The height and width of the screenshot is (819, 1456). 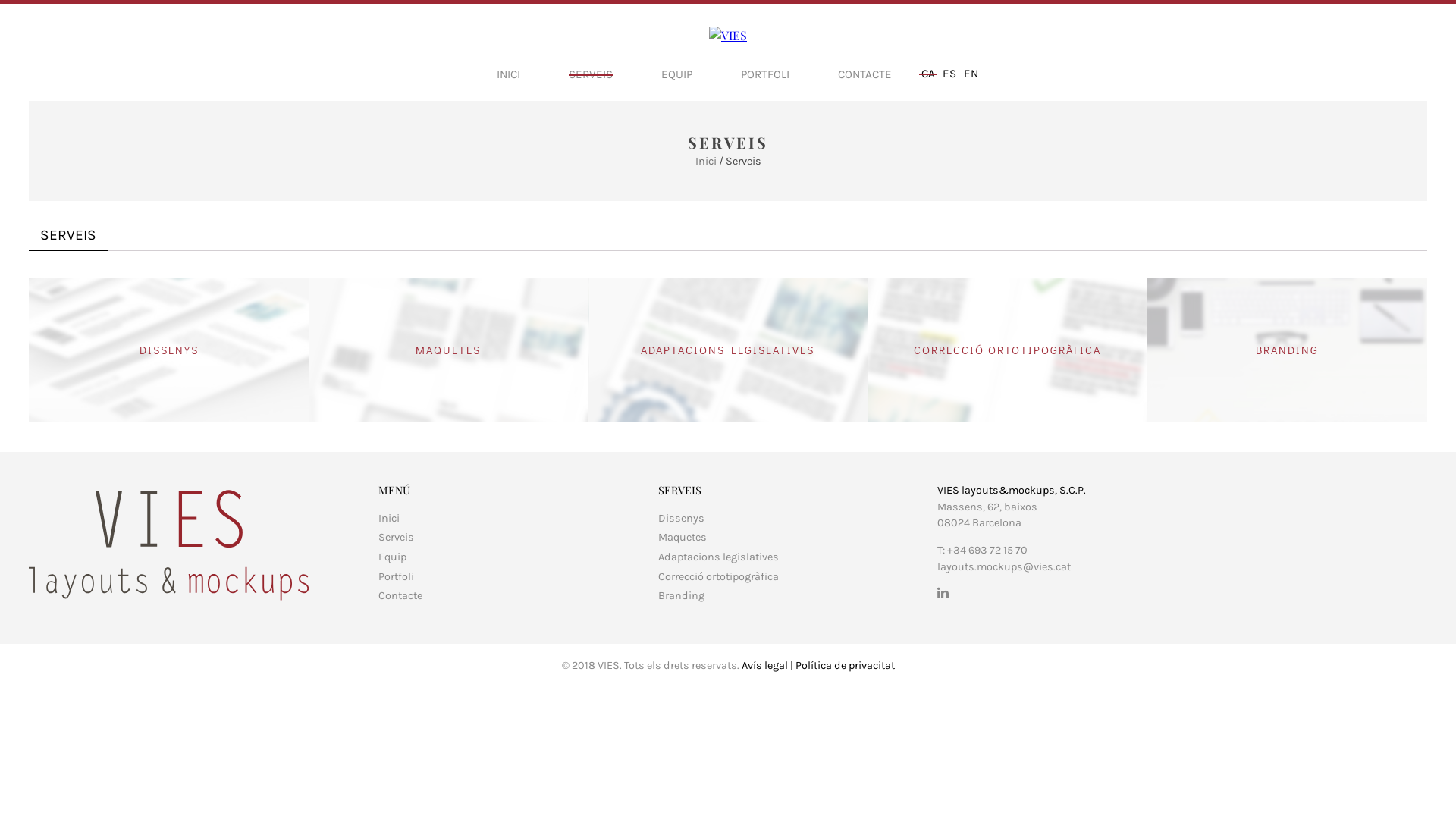 I want to click on 'ADAPTACIONS LEGISLATIVES', so click(x=728, y=350).